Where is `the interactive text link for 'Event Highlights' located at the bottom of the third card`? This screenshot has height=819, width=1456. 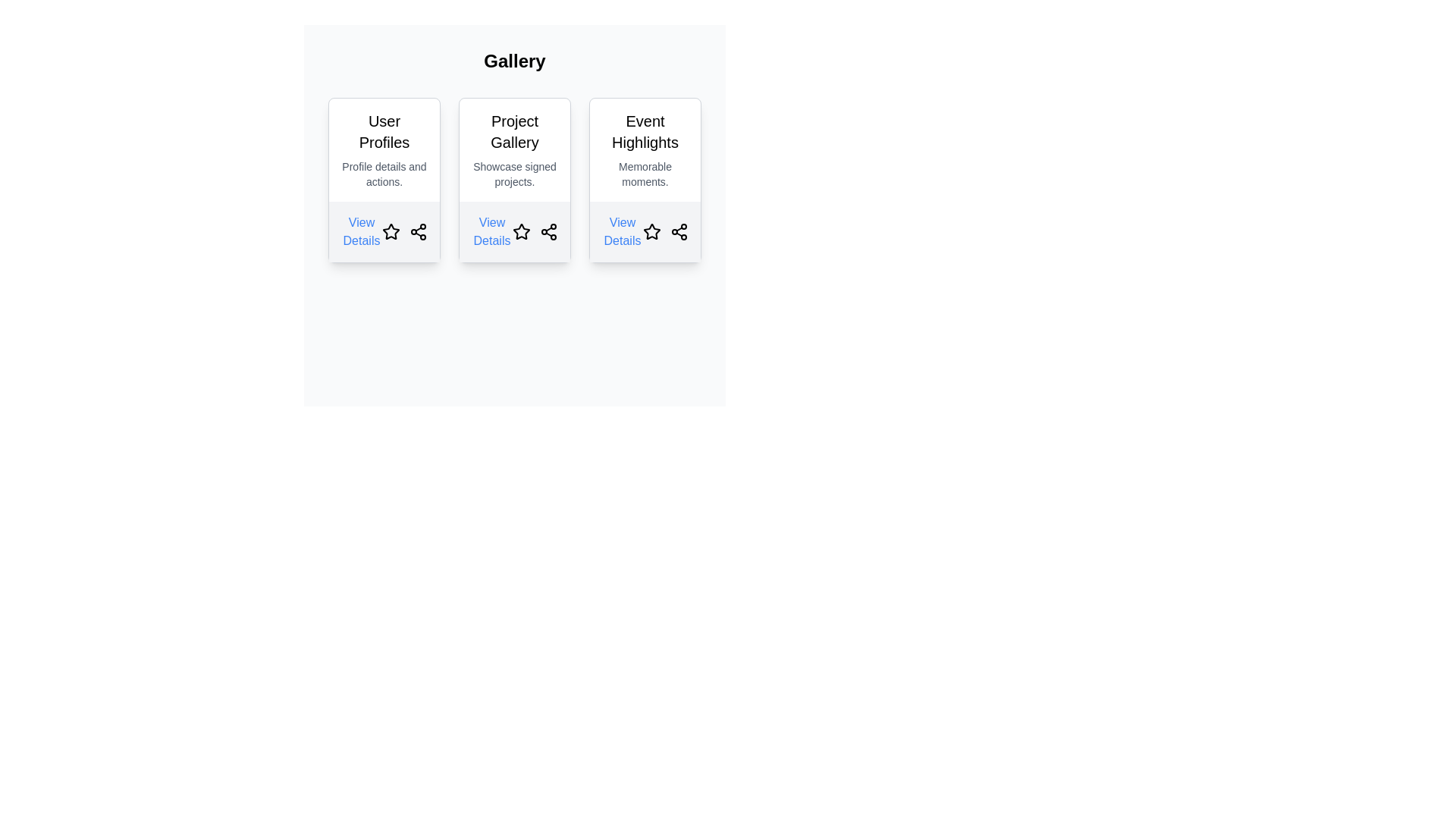
the interactive text link for 'Event Highlights' located at the bottom of the third card is located at coordinates (622, 231).